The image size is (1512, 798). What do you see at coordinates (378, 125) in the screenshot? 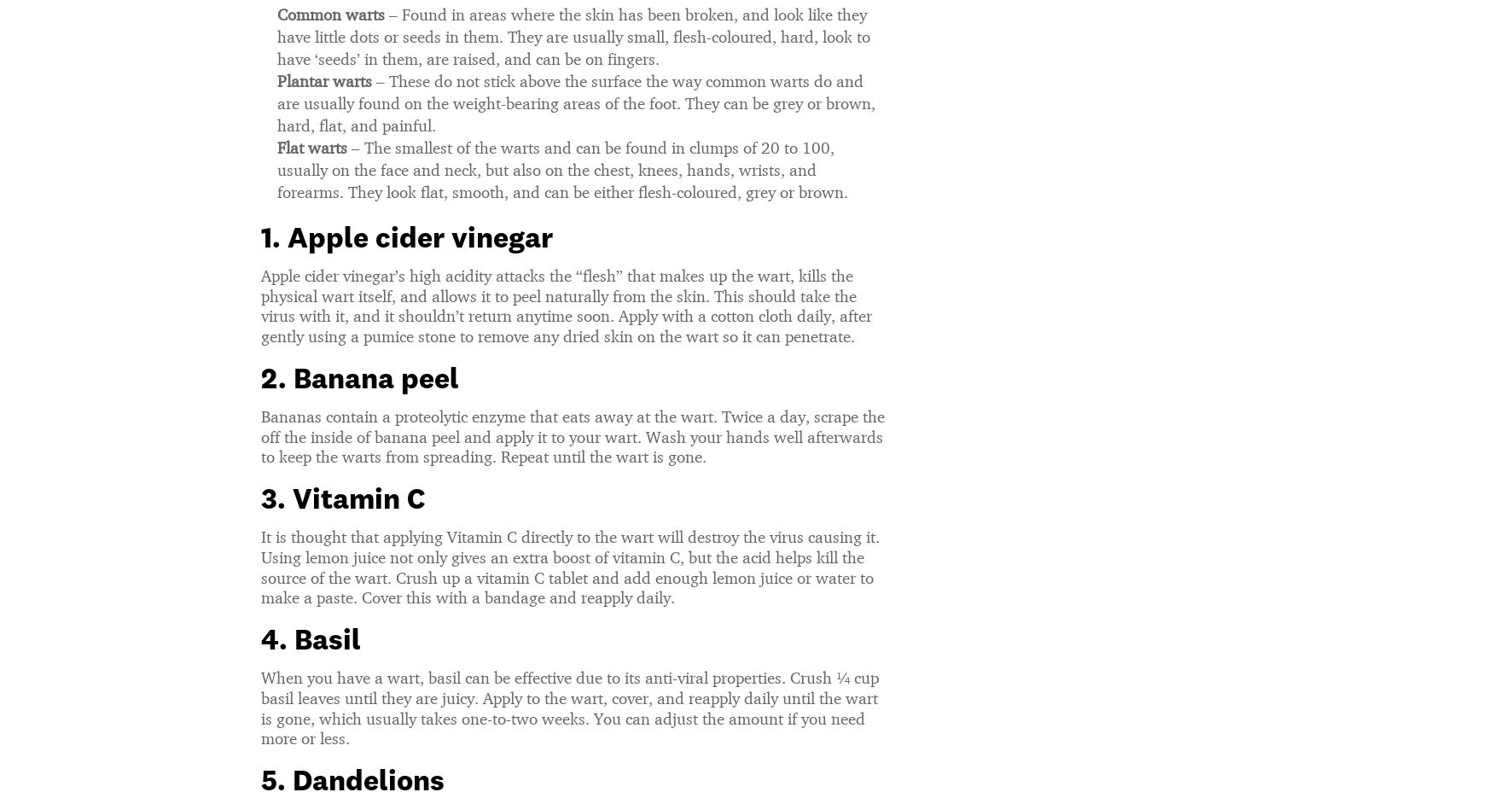
I see `'A Diet To Help Us Live Longer? Yes, Please.'` at bounding box center [378, 125].